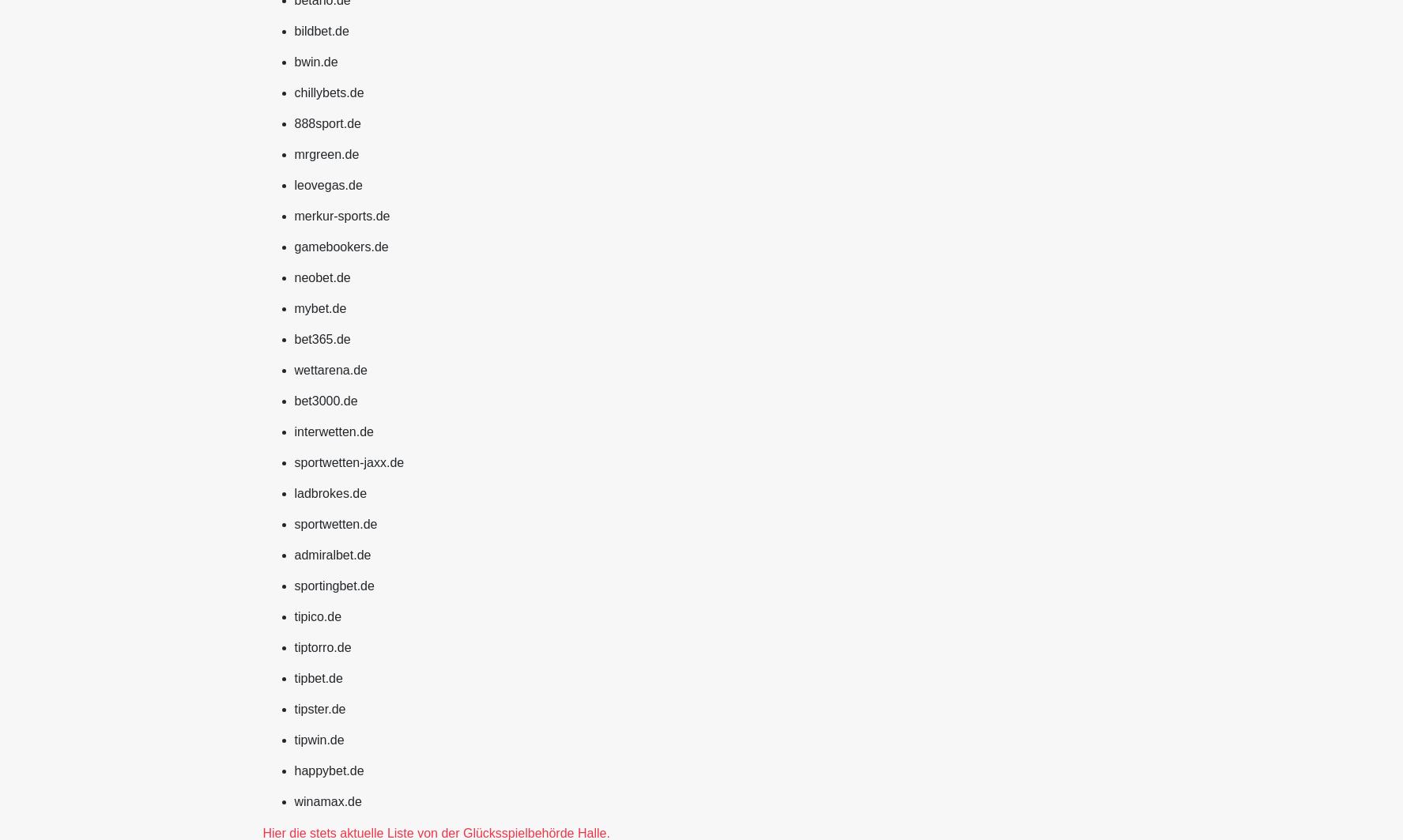 Image resolution: width=1403 pixels, height=840 pixels. I want to click on 'tipbet.de', so click(317, 676).